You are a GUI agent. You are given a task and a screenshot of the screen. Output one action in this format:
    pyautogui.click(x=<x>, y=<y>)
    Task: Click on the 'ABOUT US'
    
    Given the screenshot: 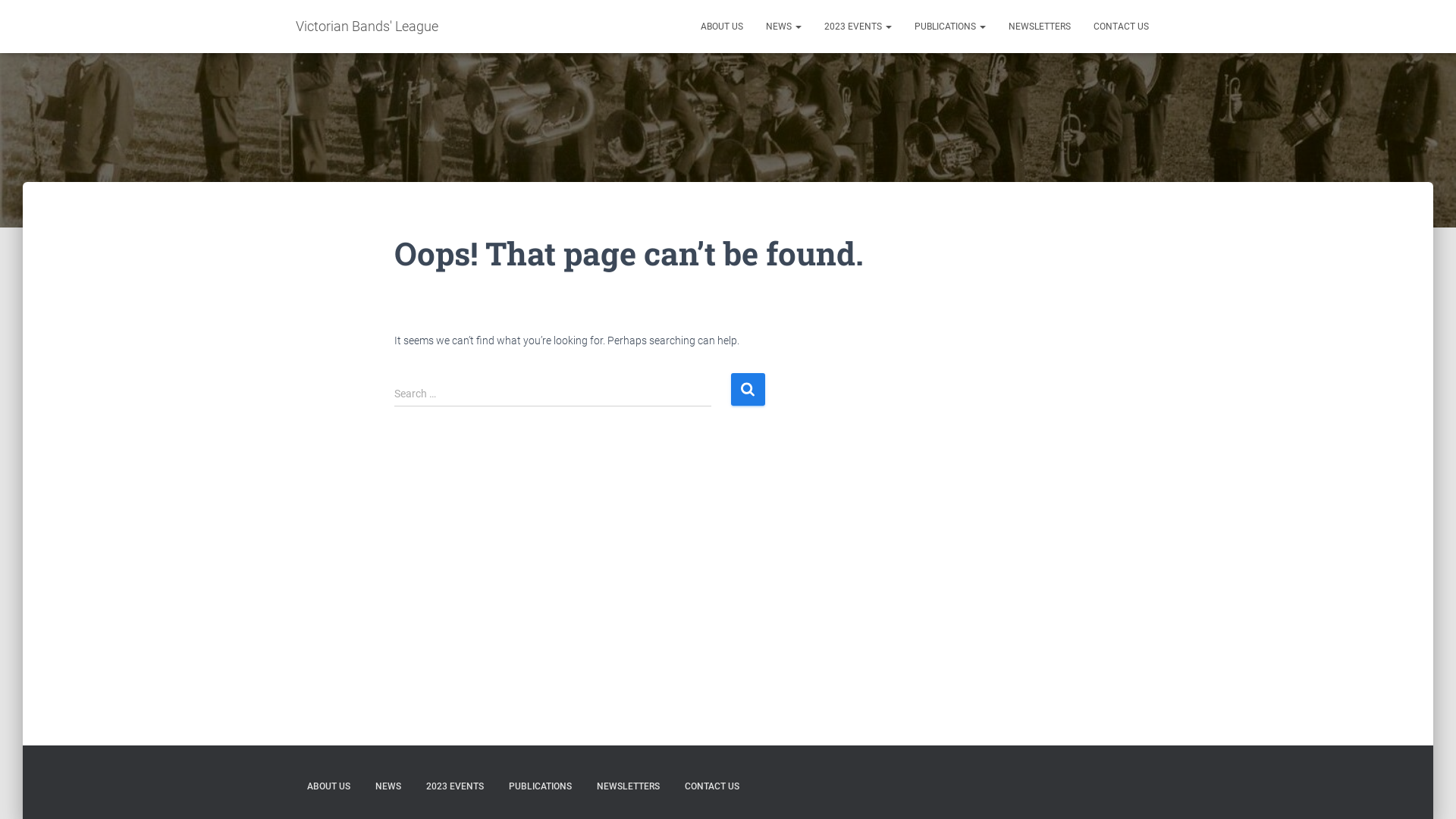 What is the action you would take?
    pyautogui.click(x=328, y=786)
    